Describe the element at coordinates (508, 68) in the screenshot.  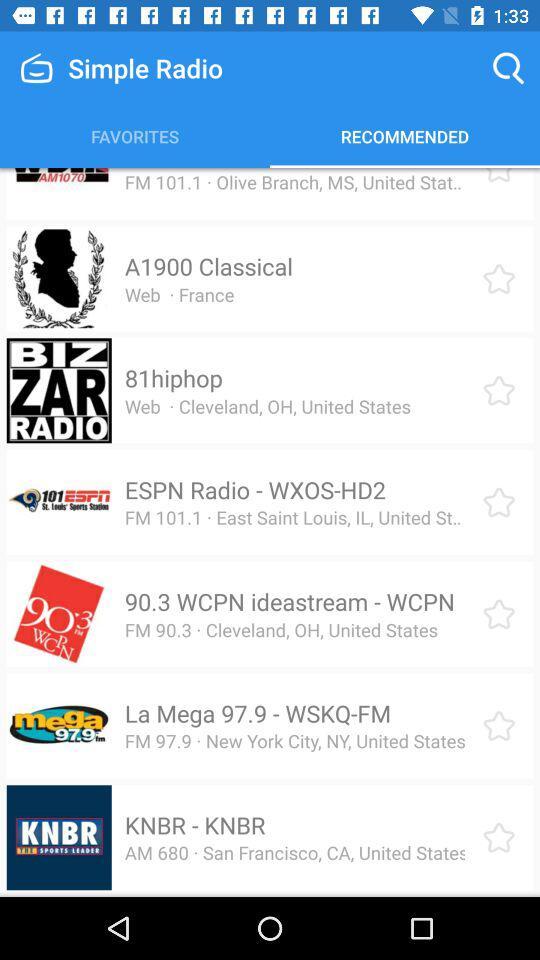
I see `the icon above the recommended` at that location.